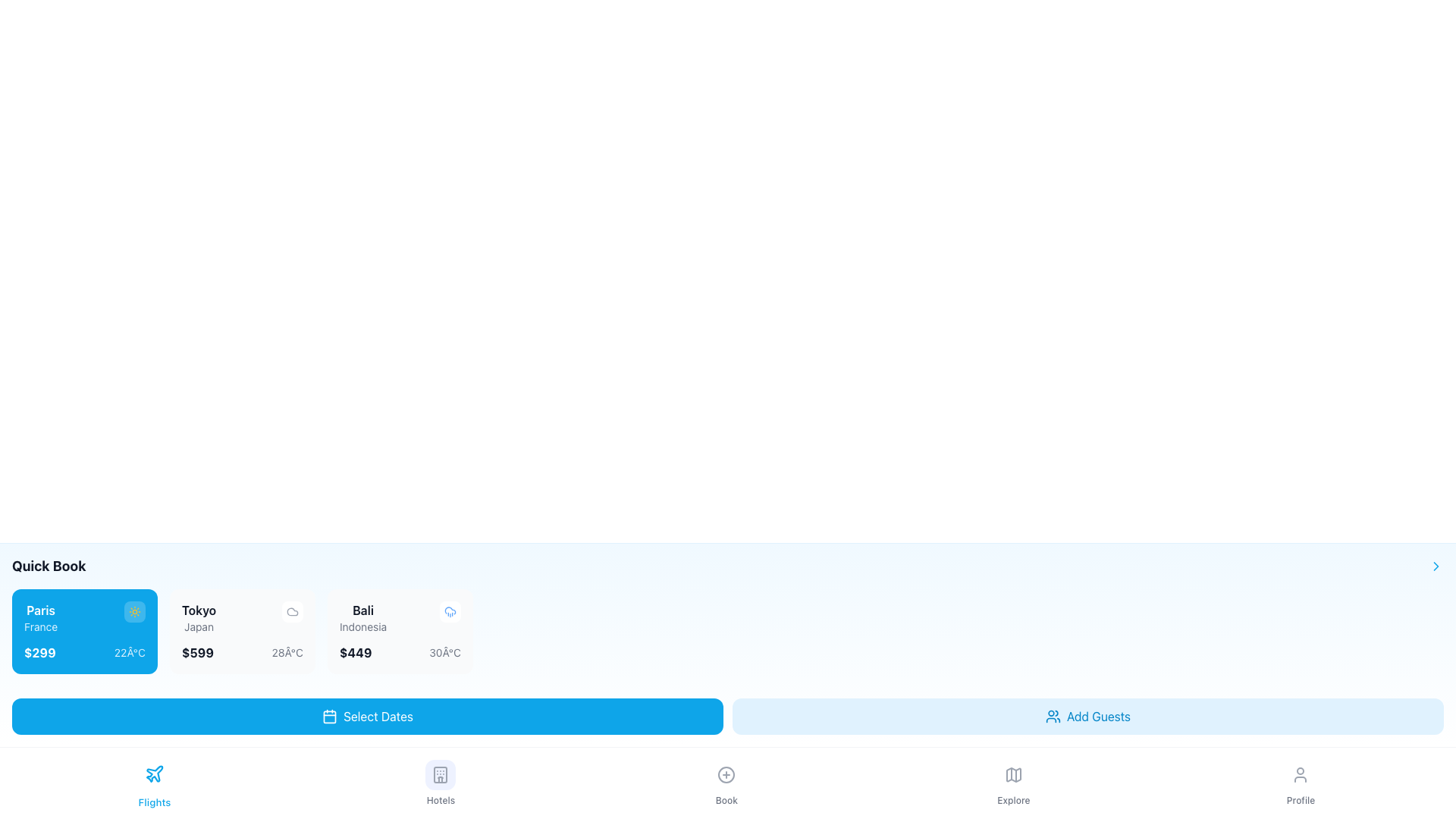 This screenshot has height=819, width=1456. Describe the element at coordinates (1013, 775) in the screenshot. I see `the map-shaped icon in the bottom navigation bar, which is enclosed in a rounded rectangle with a light green background and is centrally positioned within the 'Explore' button` at that location.